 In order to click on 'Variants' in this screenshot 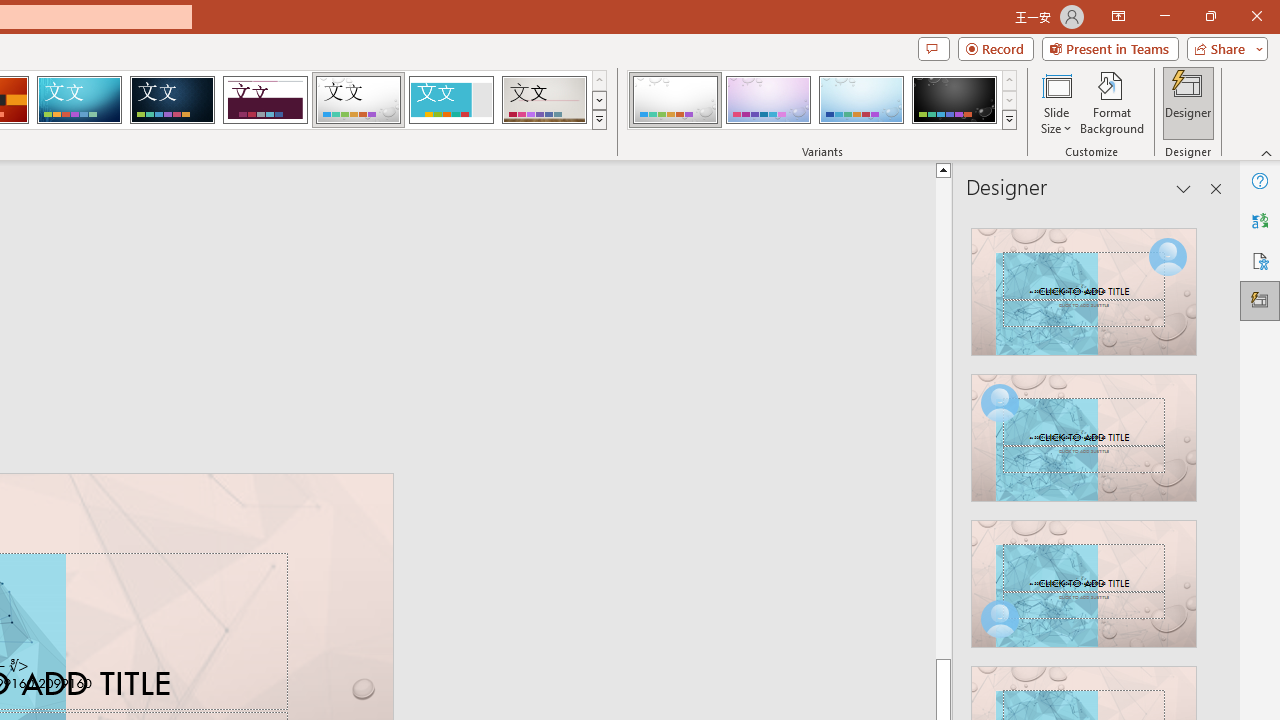, I will do `click(1009, 120)`.